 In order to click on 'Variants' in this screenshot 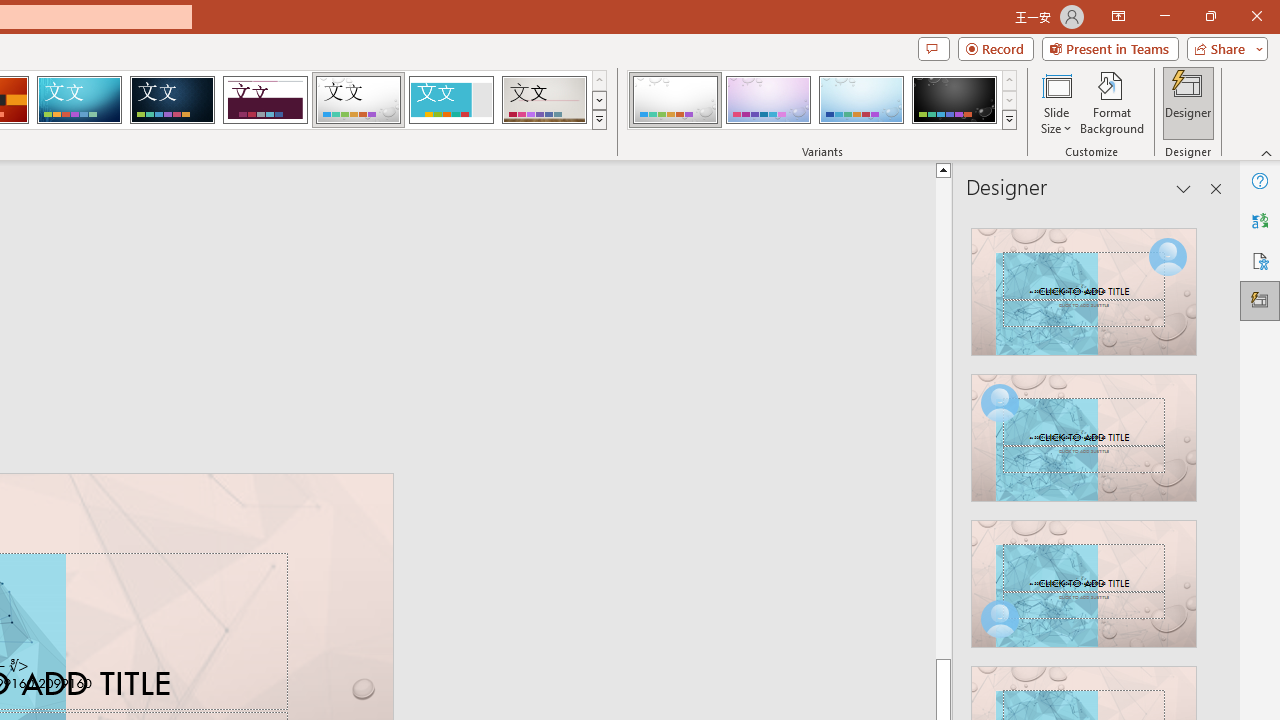, I will do `click(1009, 120)`.